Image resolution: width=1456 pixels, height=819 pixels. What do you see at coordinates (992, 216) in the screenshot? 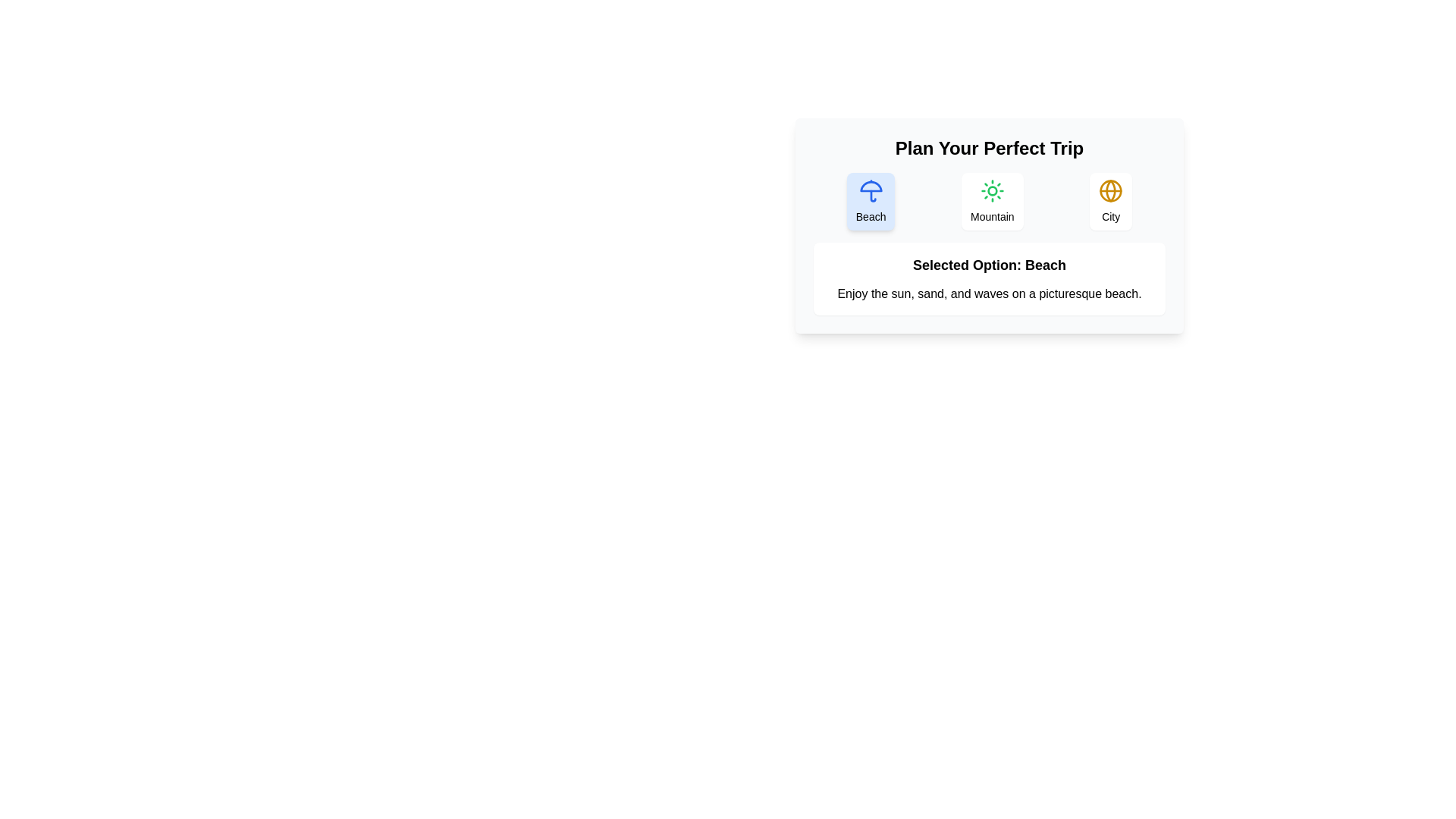
I see `the static text label that describes the 'Mountain' option, which is situated below a sun icon and between 'Beach' and 'City' containers` at bounding box center [992, 216].